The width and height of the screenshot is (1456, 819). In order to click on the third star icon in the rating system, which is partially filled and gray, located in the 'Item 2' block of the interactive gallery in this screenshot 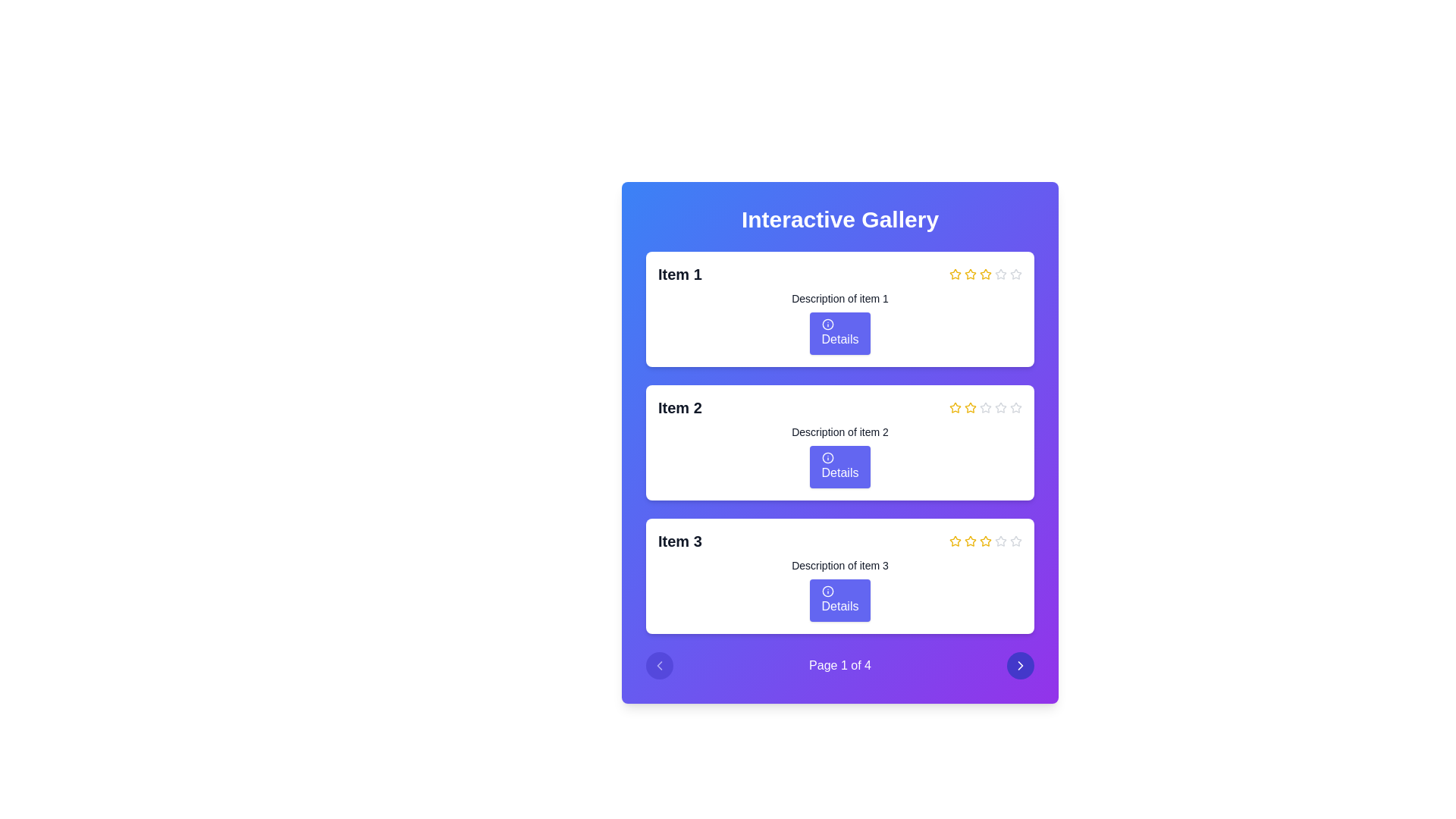, I will do `click(986, 406)`.